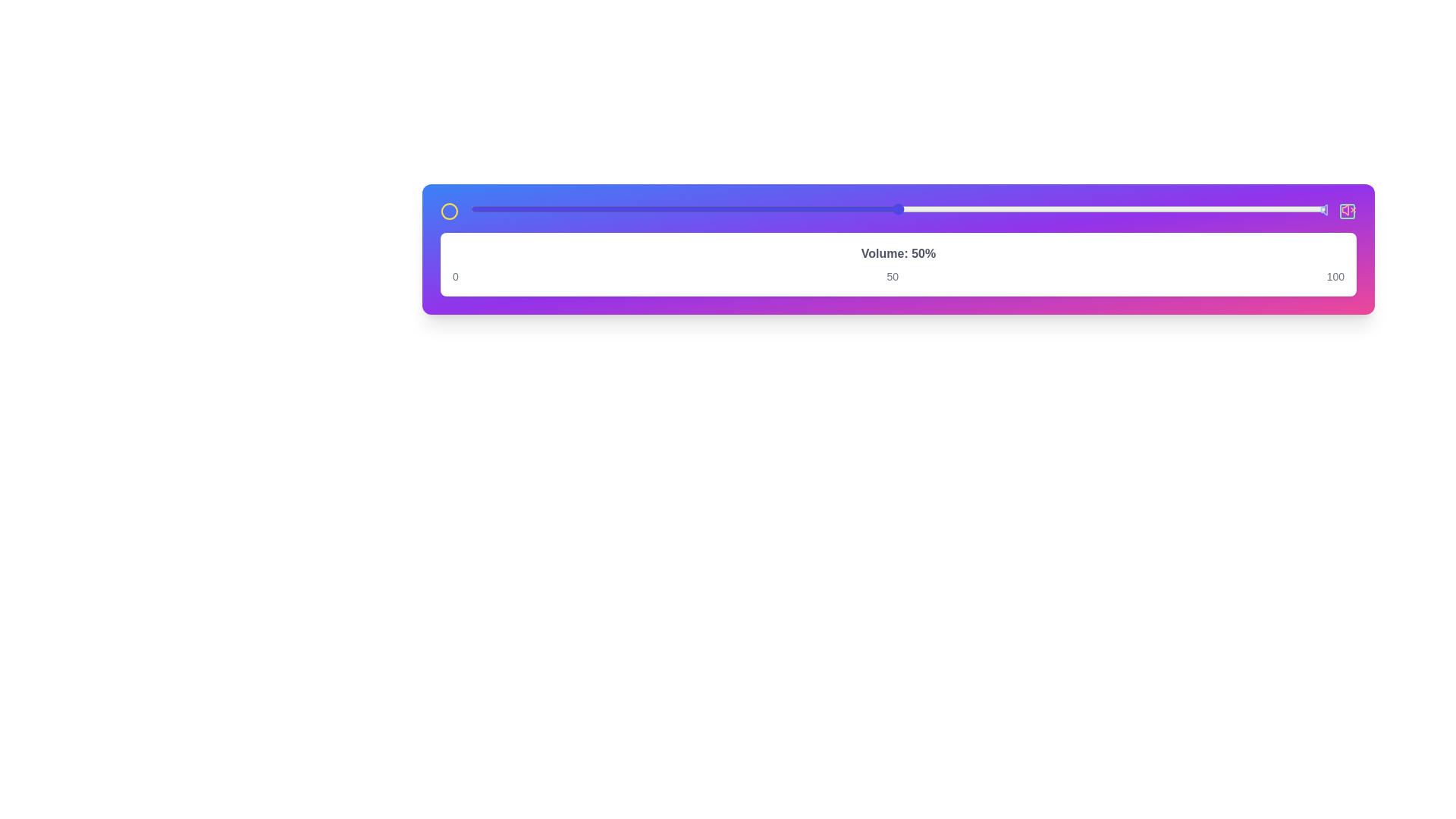  Describe the element at coordinates (1347, 211) in the screenshot. I see `the square icon in the EnhancedSliderComponent` at that location.